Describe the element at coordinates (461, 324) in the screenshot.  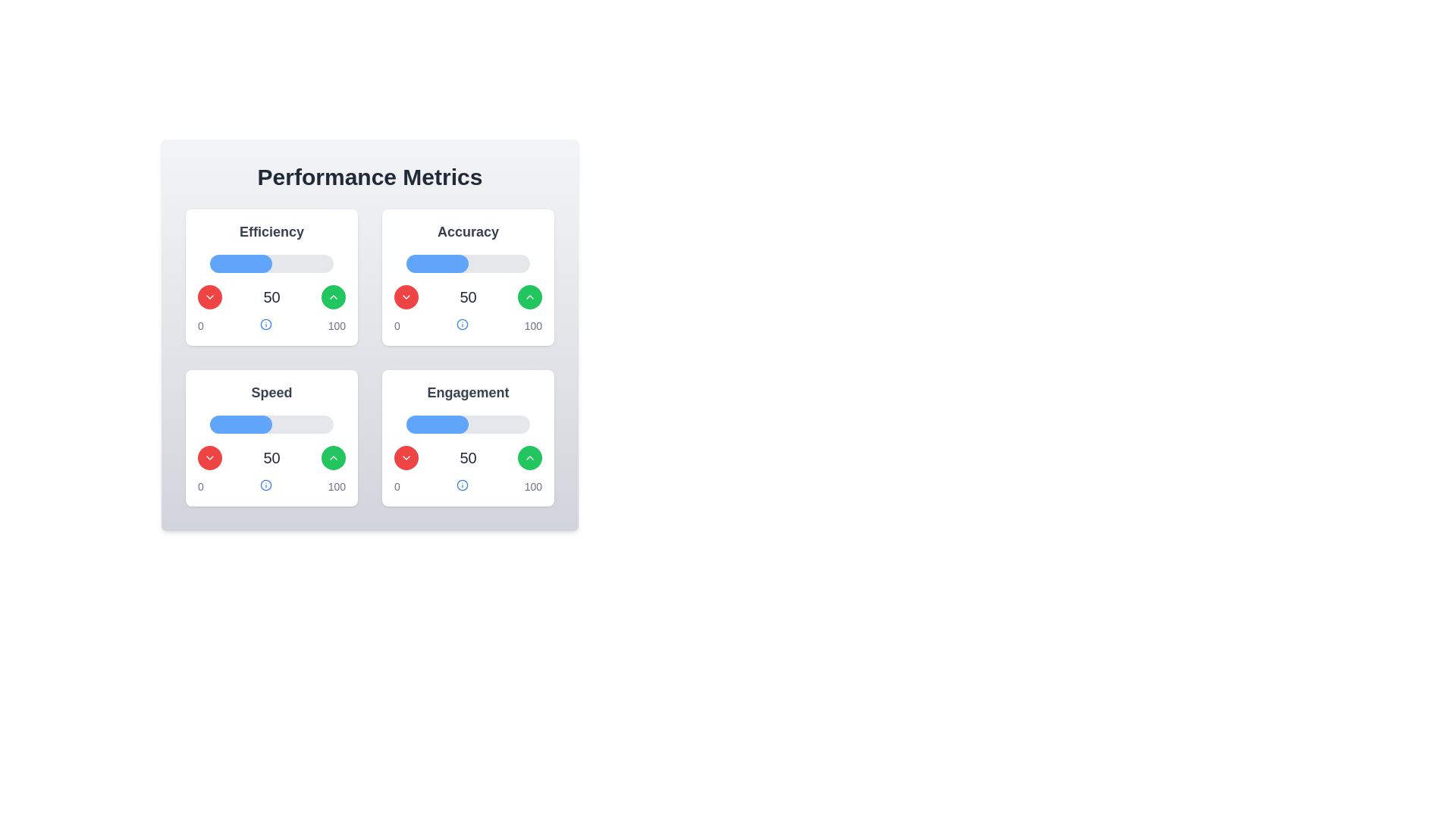
I see `the circular Informational Icon with a blue outline and an information symbol located at the bottom of the 'Accuracy' card, centrally positioned between the '0' and '100' text` at that location.